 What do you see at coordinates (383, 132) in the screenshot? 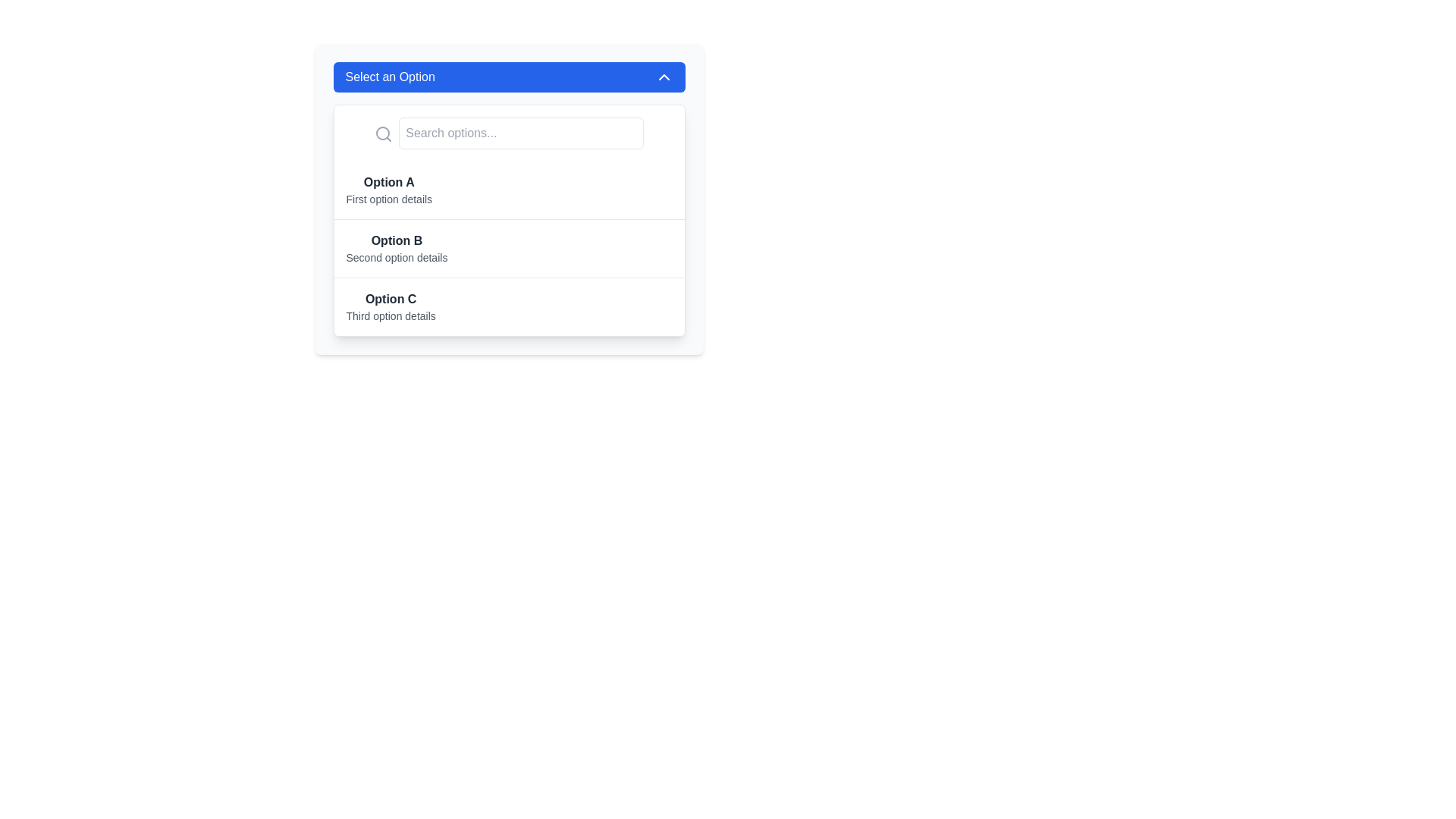
I see `the central circular part of the magnifying glass icon in the search bar, which indicates the search functionality` at bounding box center [383, 132].